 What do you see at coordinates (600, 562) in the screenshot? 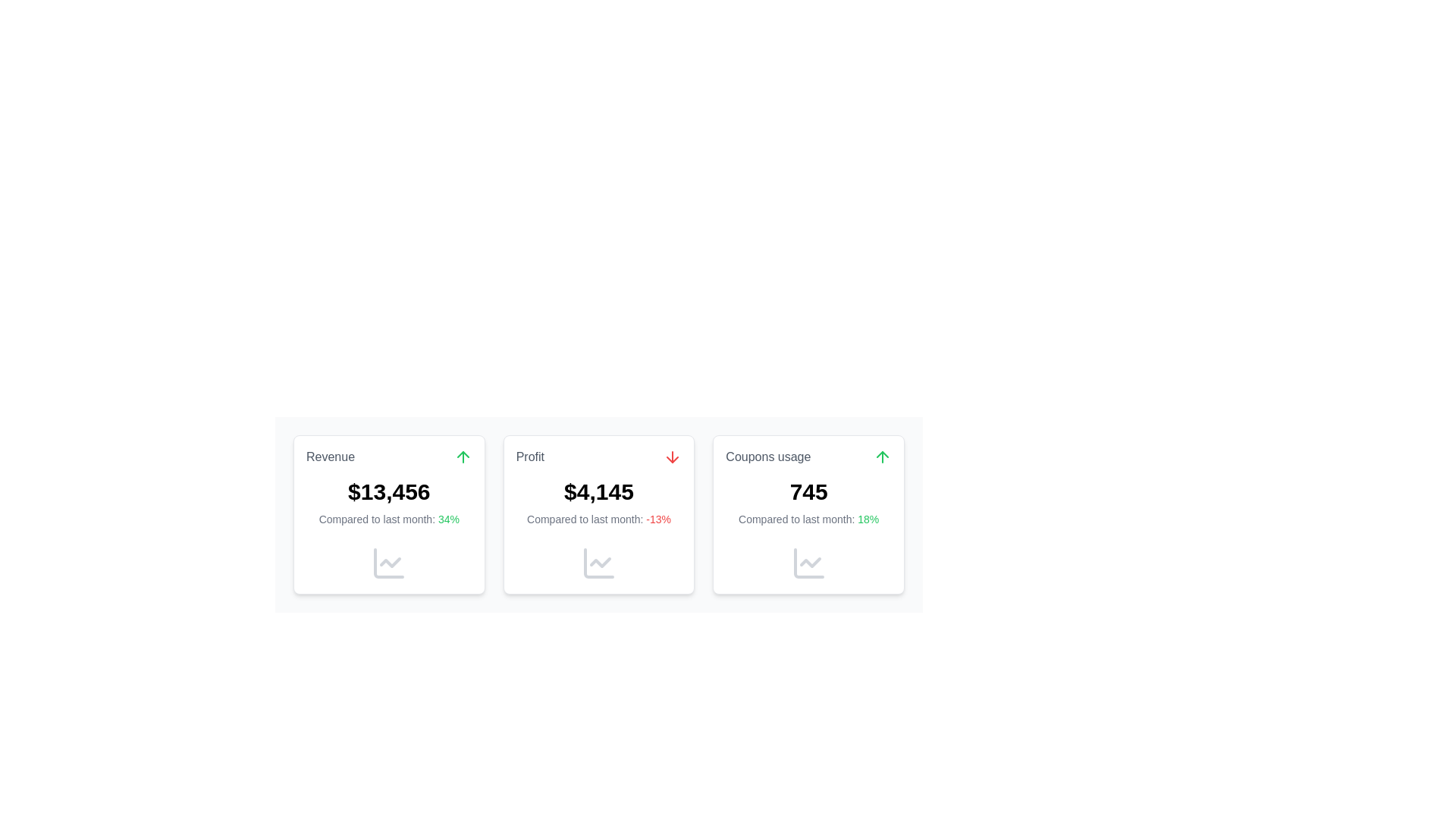
I see `the graphical indicator located at the bottom of the second card in a set of three horizontally aligned cards, which provides a visual cue for trends or comparisons` at bounding box center [600, 562].